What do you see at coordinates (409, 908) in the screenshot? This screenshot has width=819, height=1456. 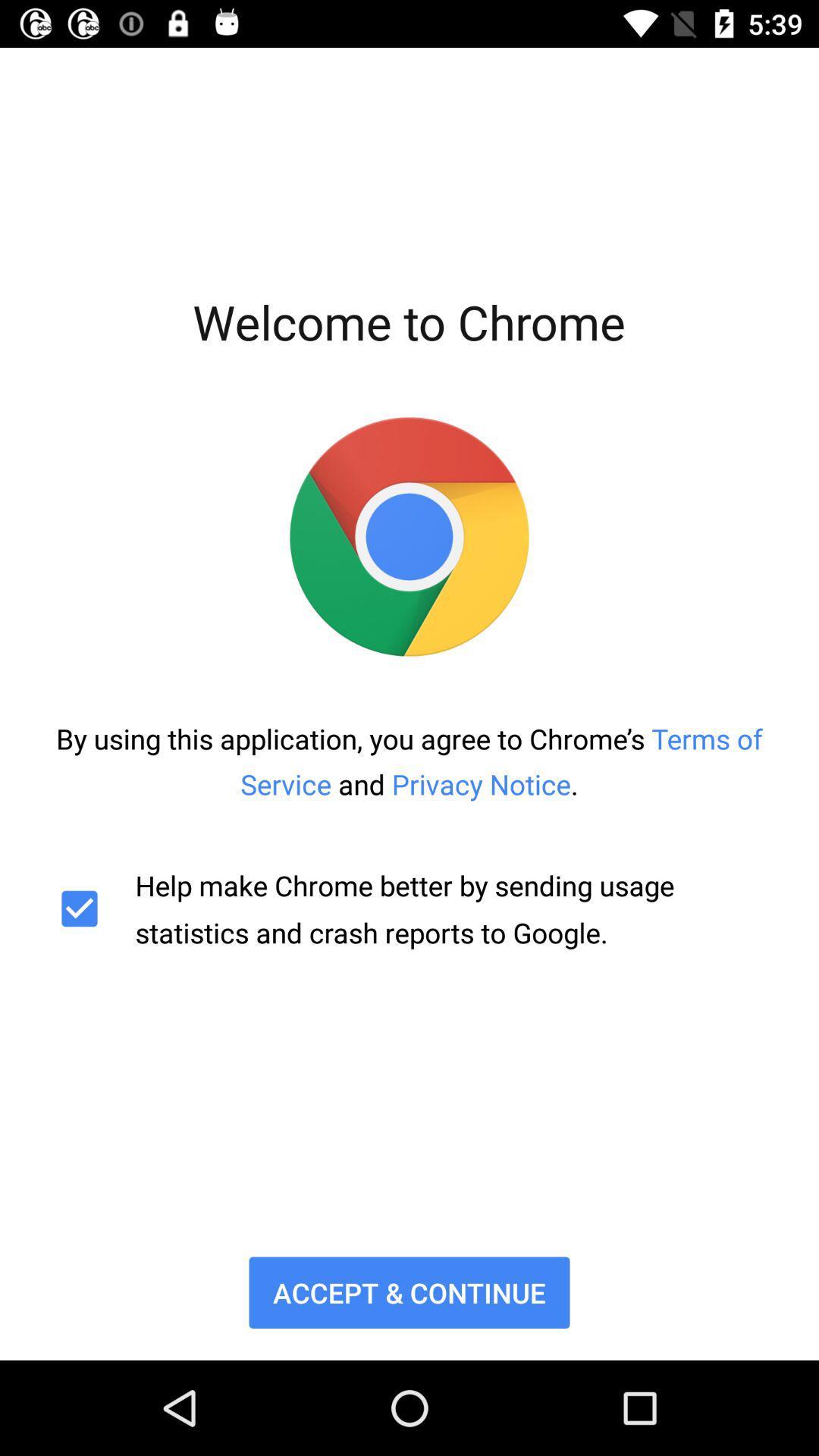 I see `the help make chrome icon` at bounding box center [409, 908].